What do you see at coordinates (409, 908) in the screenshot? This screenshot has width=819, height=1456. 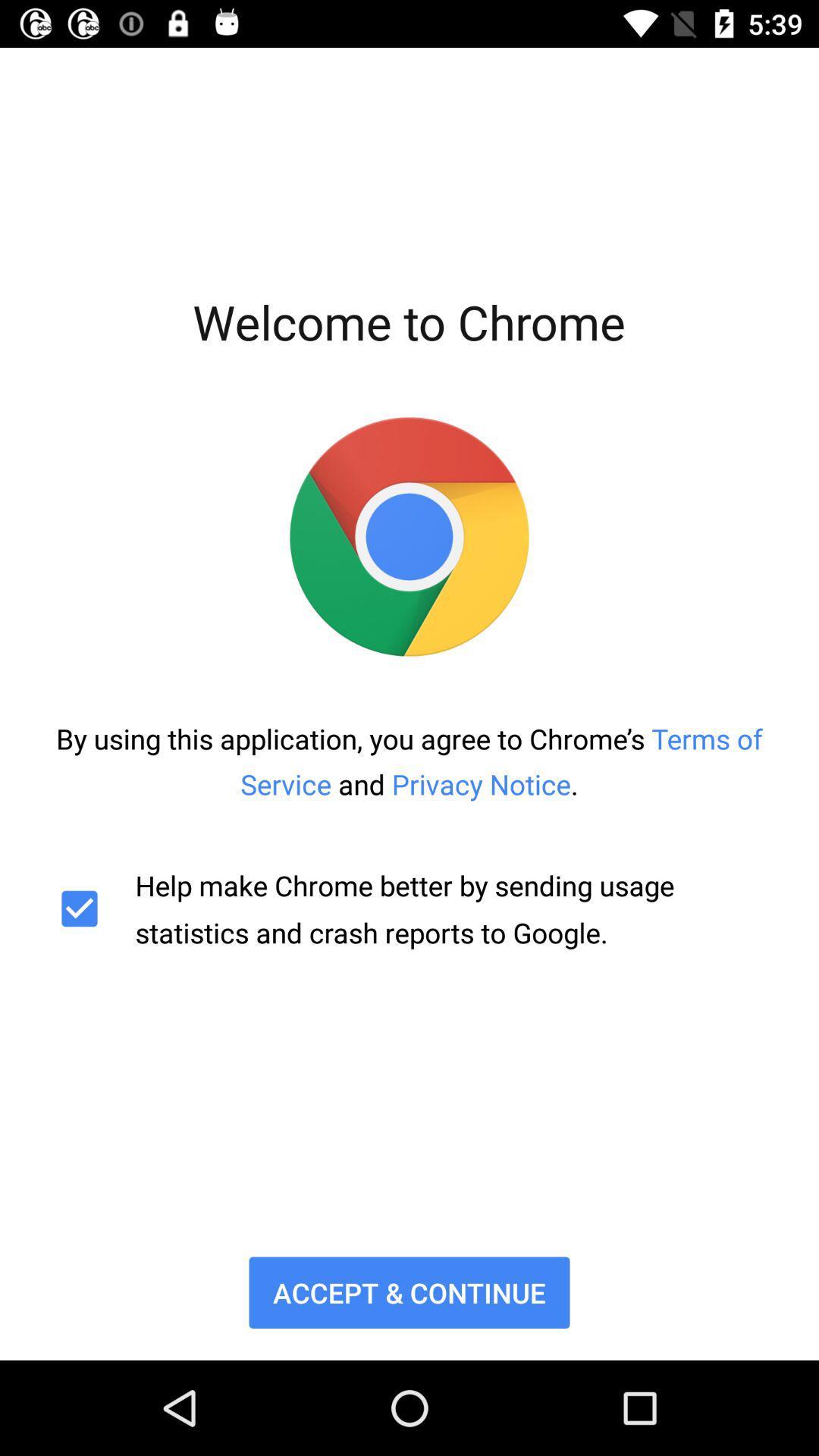 I see `the help make chrome icon` at bounding box center [409, 908].